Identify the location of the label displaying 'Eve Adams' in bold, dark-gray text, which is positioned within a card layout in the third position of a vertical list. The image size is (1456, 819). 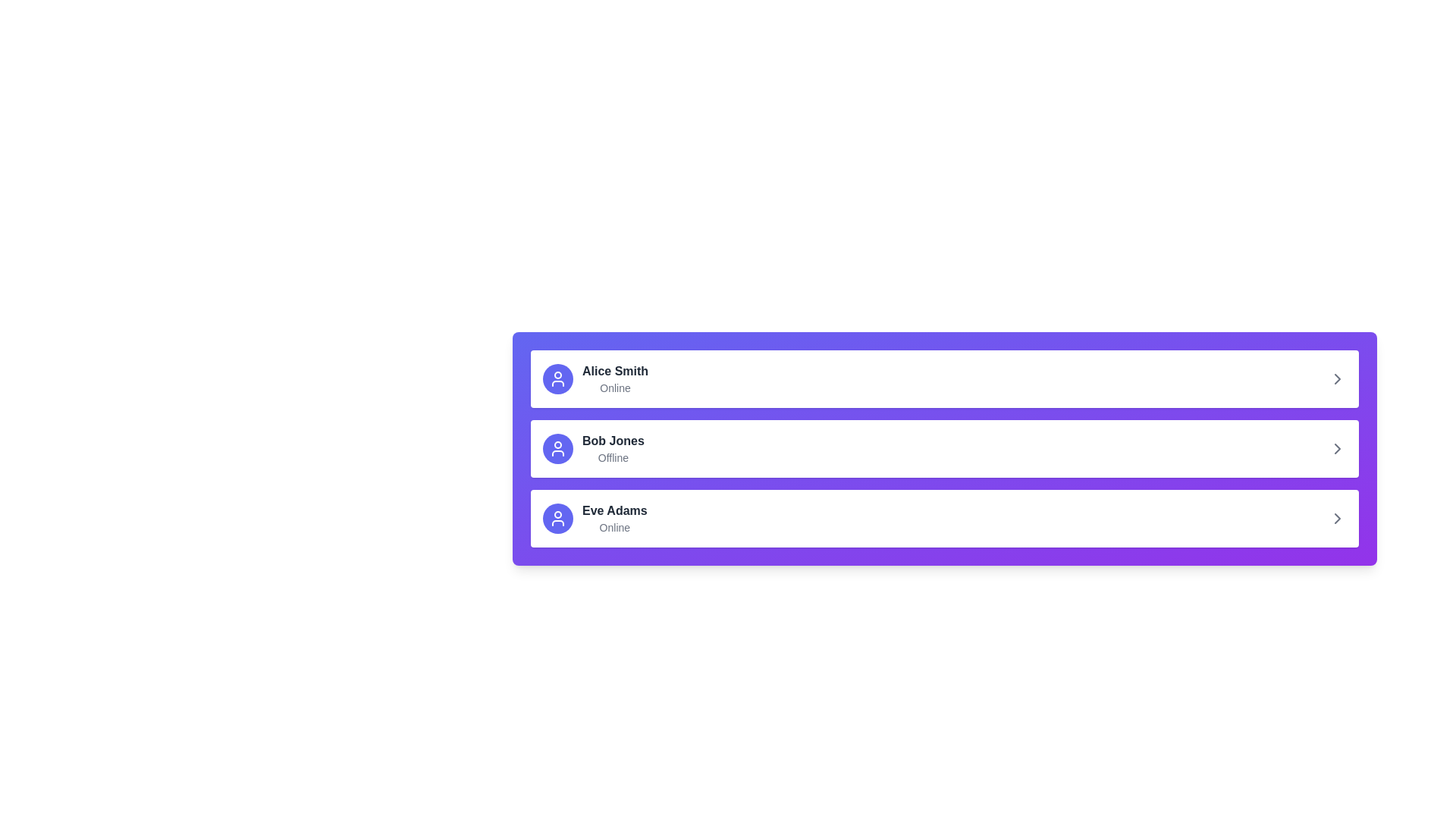
(614, 511).